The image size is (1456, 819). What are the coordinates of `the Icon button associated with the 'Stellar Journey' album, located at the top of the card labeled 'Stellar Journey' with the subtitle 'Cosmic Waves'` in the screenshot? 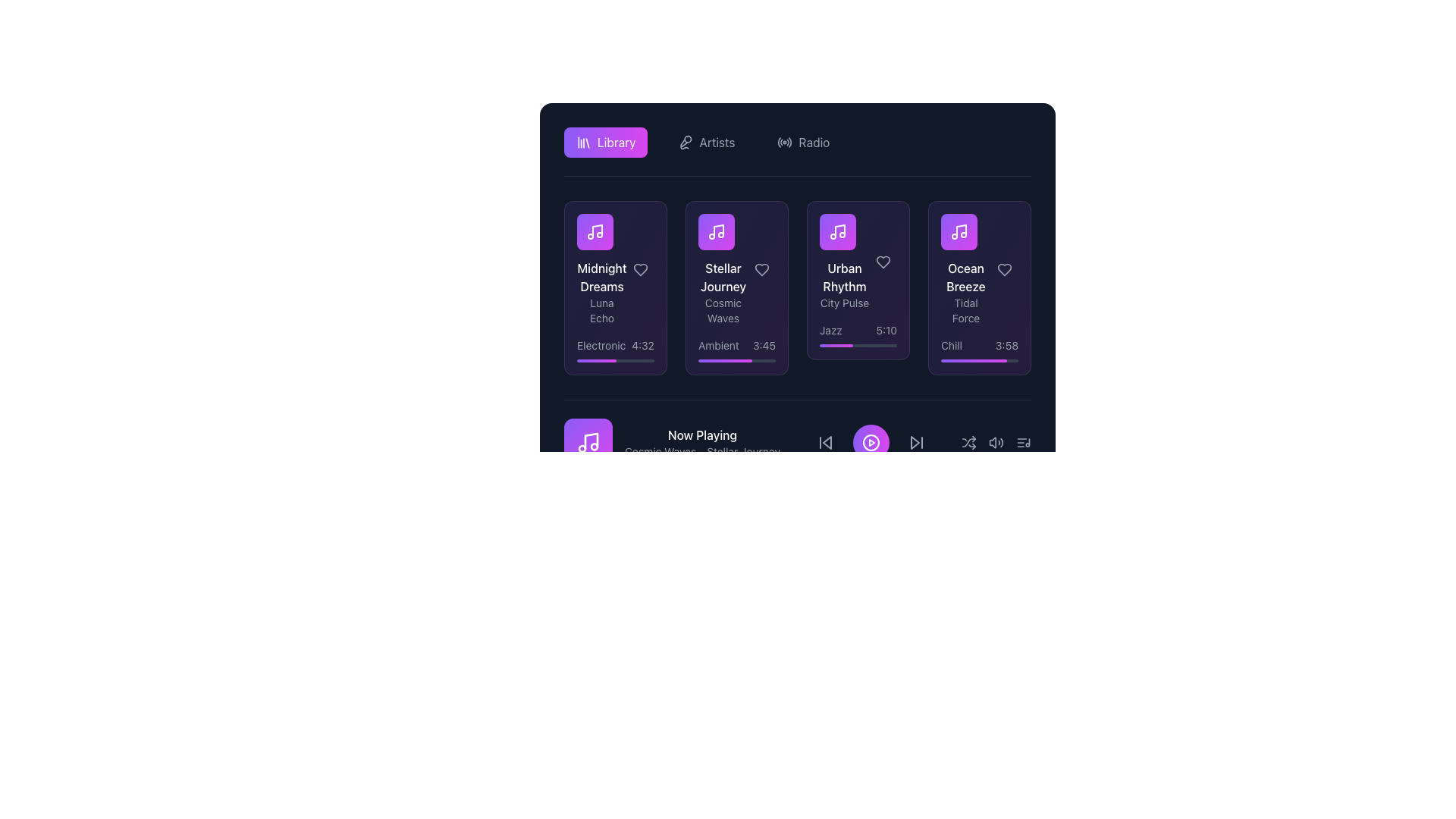 It's located at (716, 231).